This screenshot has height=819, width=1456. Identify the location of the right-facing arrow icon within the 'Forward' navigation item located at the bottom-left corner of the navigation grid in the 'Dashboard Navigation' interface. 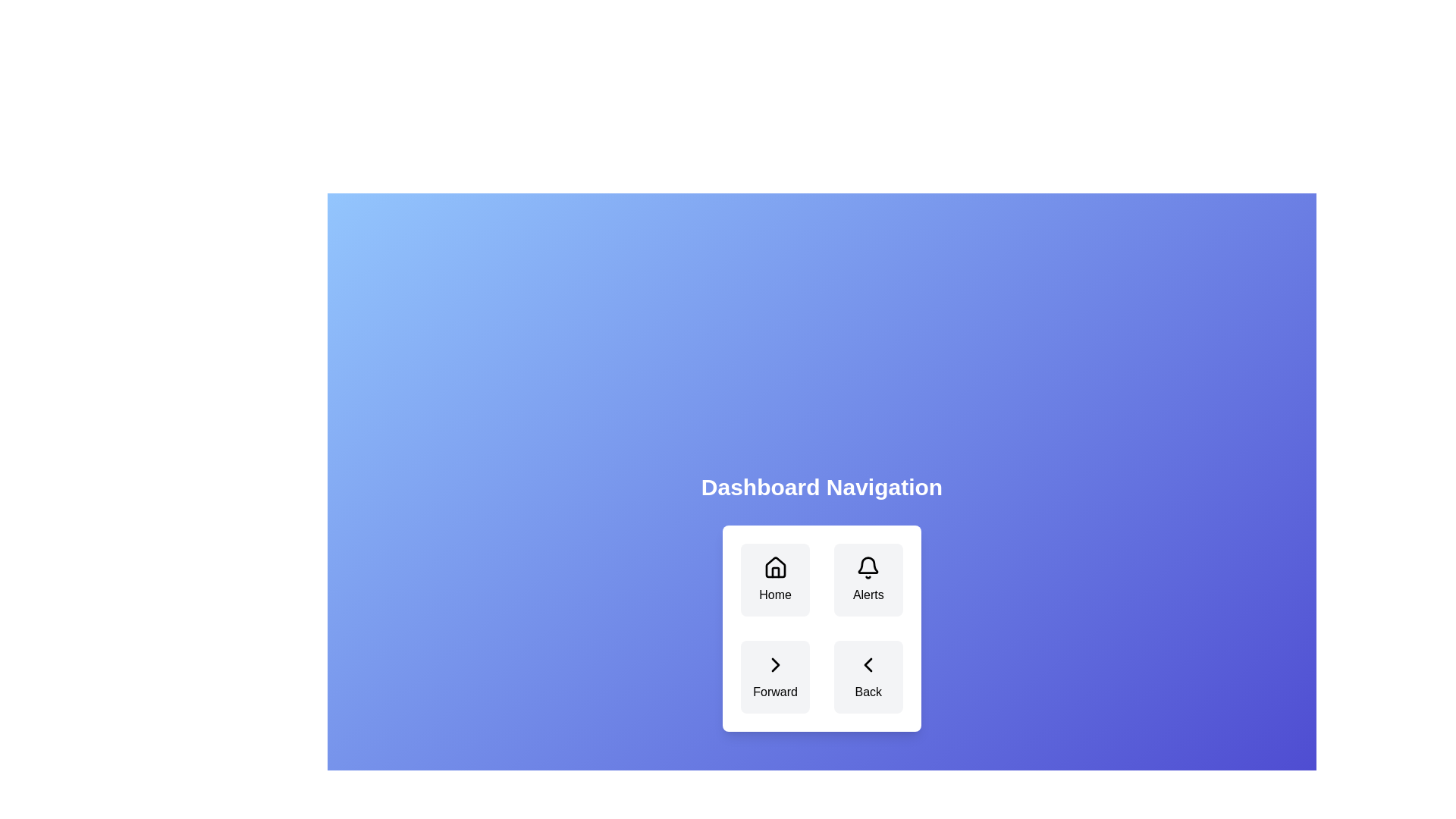
(775, 664).